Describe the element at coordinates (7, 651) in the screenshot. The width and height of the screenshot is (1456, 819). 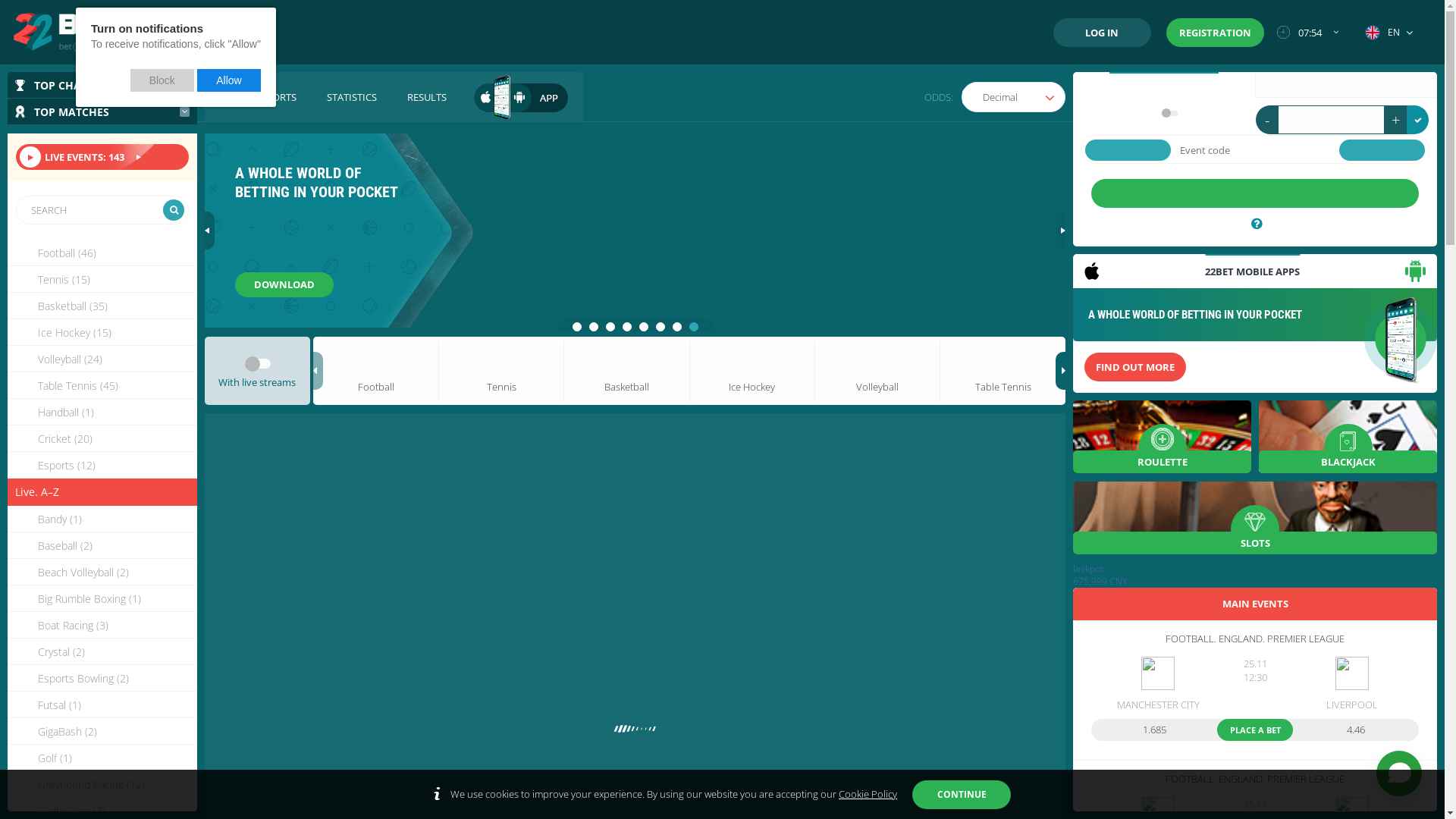
I see `'Crystal` at that location.